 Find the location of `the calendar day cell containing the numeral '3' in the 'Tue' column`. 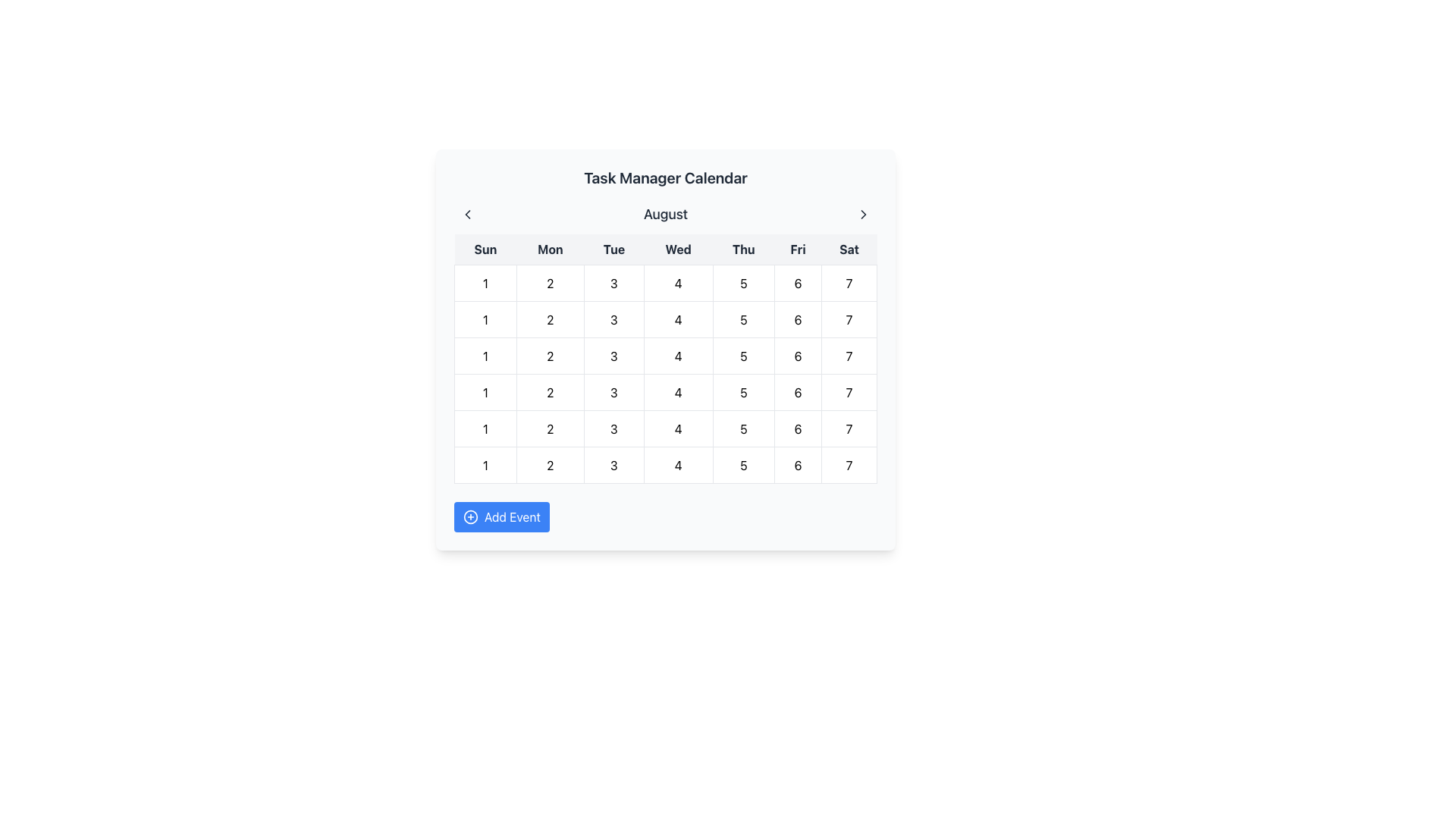

the calendar day cell containing the numeral '3' in the 'Tue' column is located at coordinates (613, 283).